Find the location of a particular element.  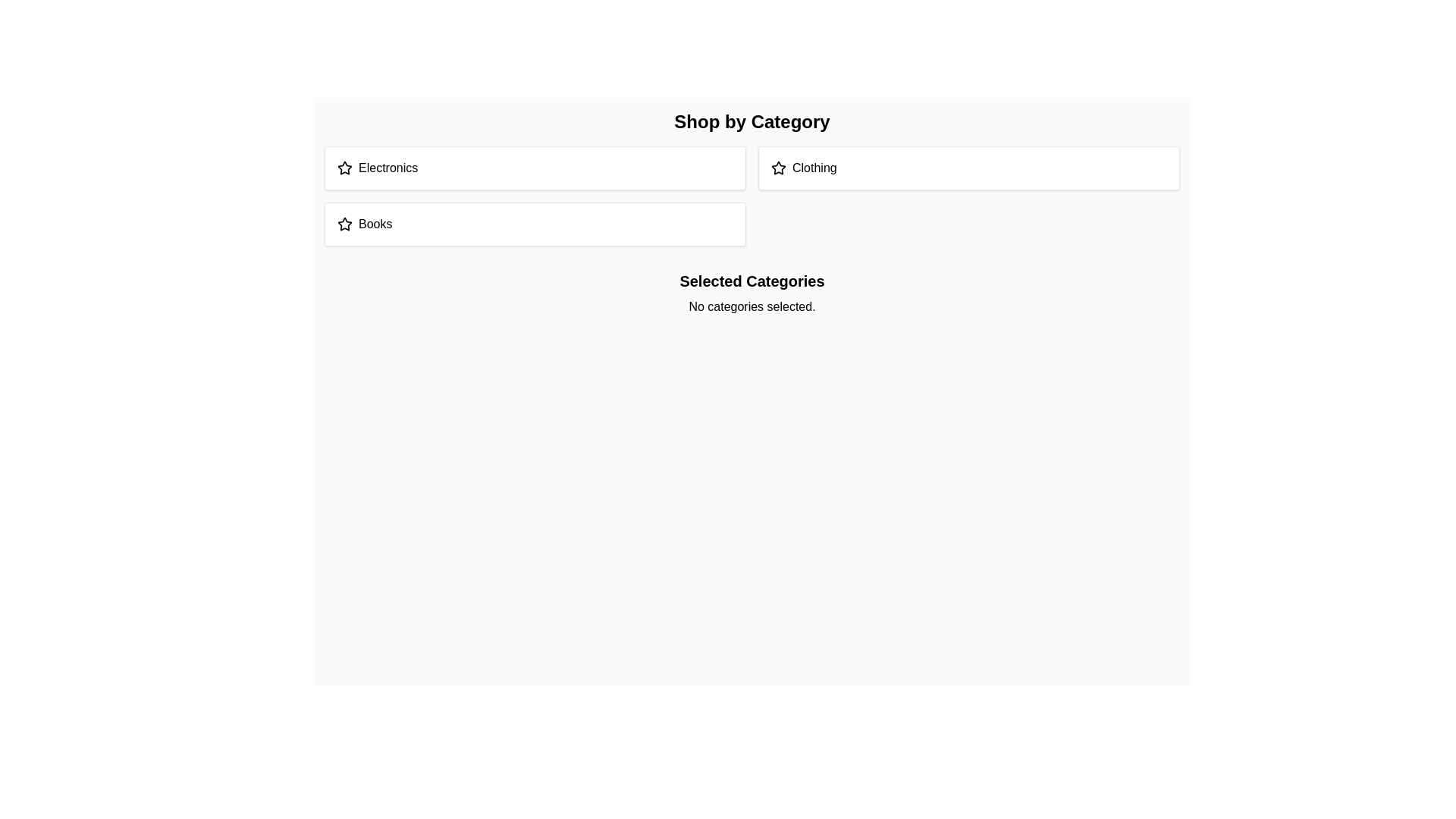

the star icon located in the 'Shop by Category' section next is located at coordinates (778, 167).